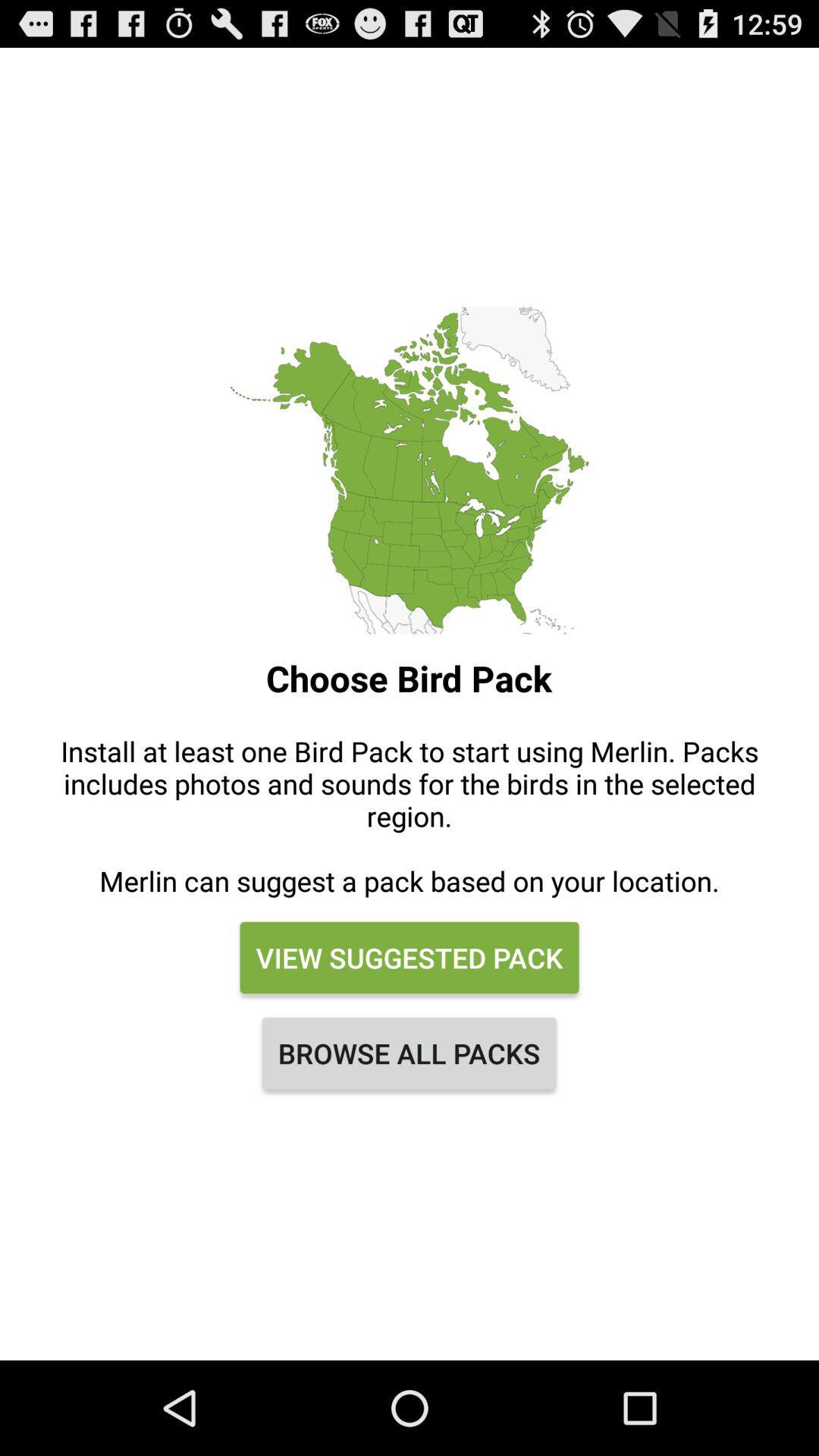  I want to click on browse all packs, so click(408, 1052).